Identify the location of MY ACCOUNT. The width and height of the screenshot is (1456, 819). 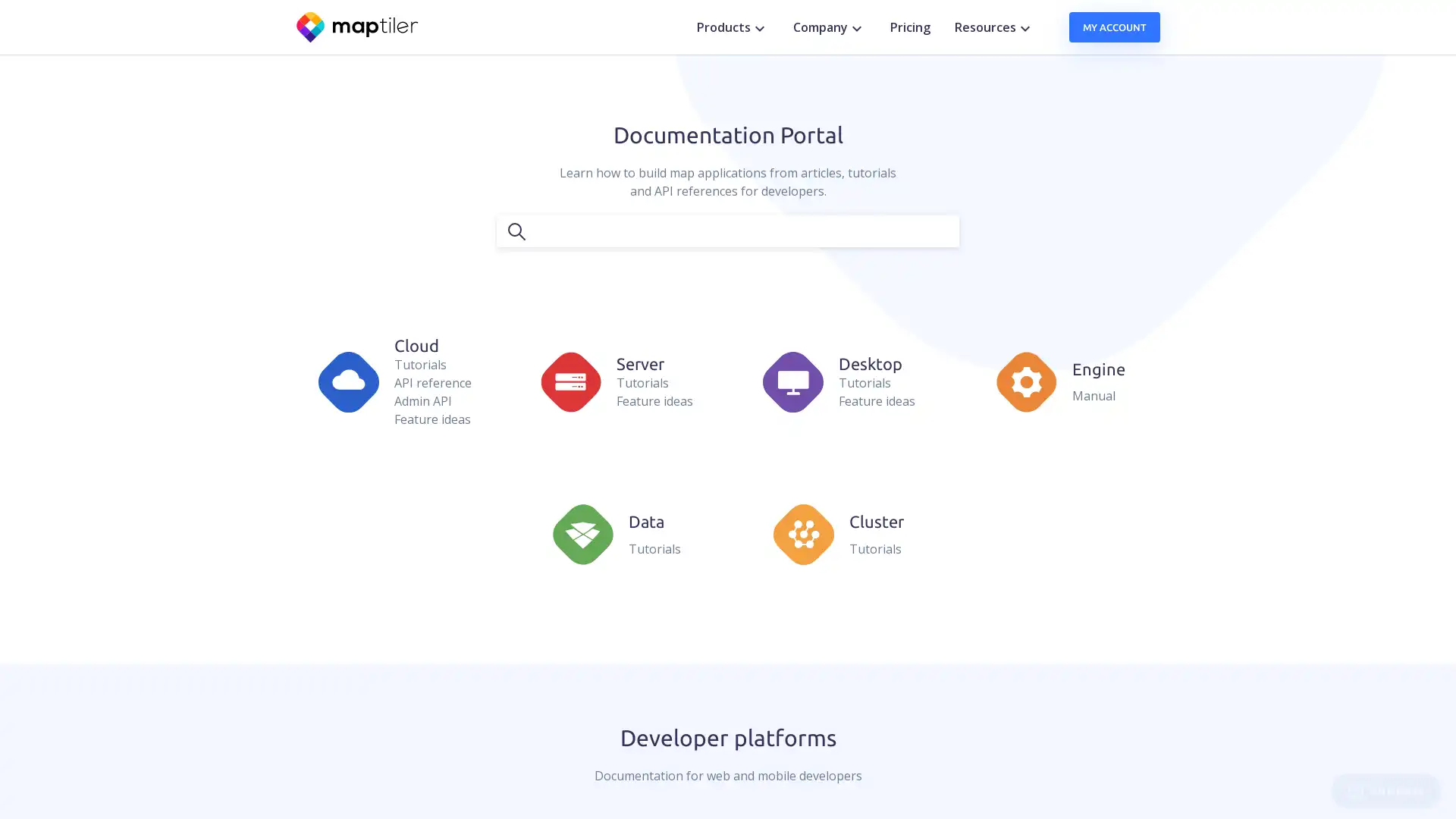
(1114, 27).